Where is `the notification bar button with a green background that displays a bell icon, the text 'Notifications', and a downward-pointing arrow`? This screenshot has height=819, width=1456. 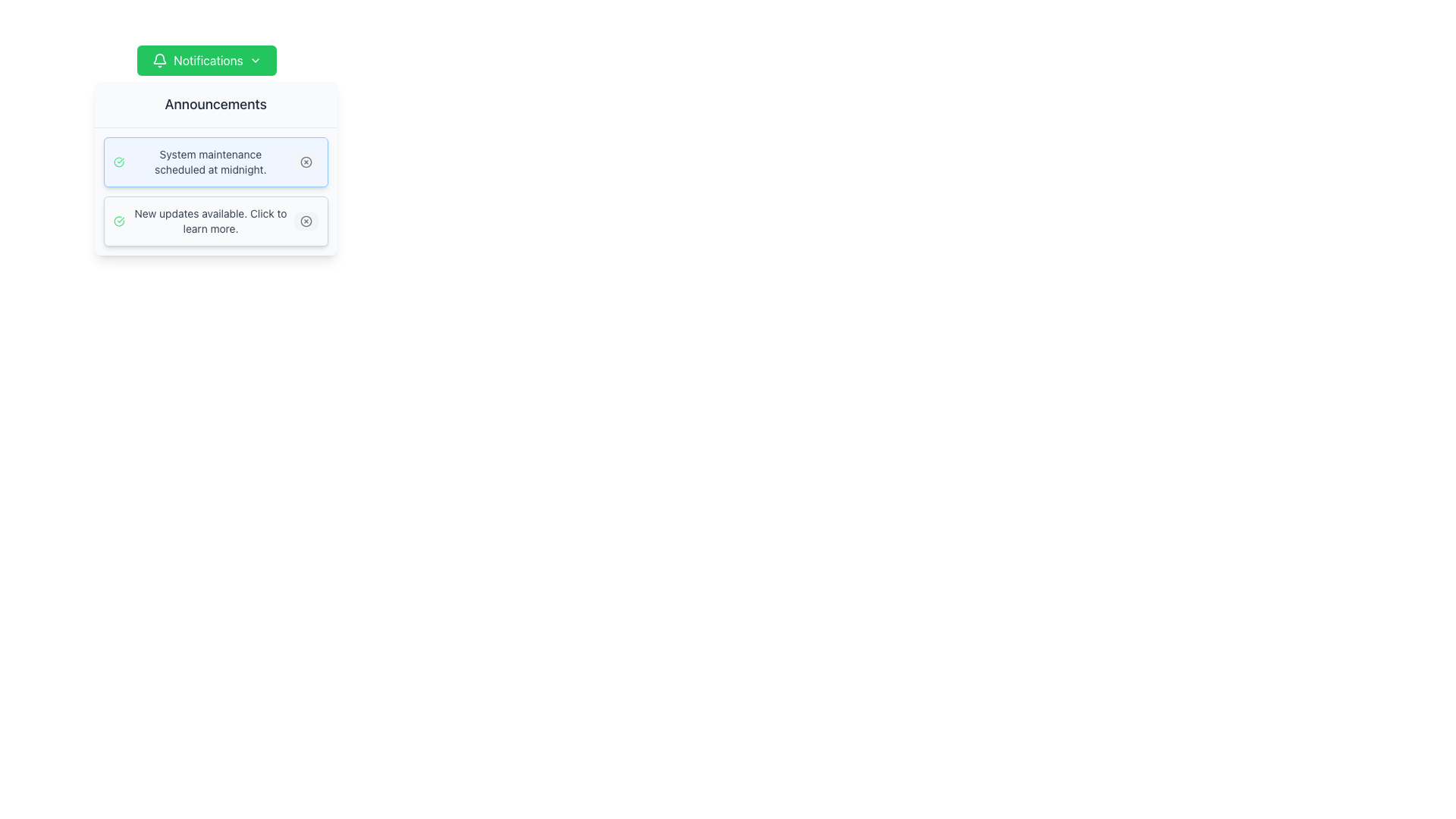
the notification bar button with a green background that displays a bell icon, the text 'Notifications', and a downward-pointing arrow is located at coordinates (206, 60).